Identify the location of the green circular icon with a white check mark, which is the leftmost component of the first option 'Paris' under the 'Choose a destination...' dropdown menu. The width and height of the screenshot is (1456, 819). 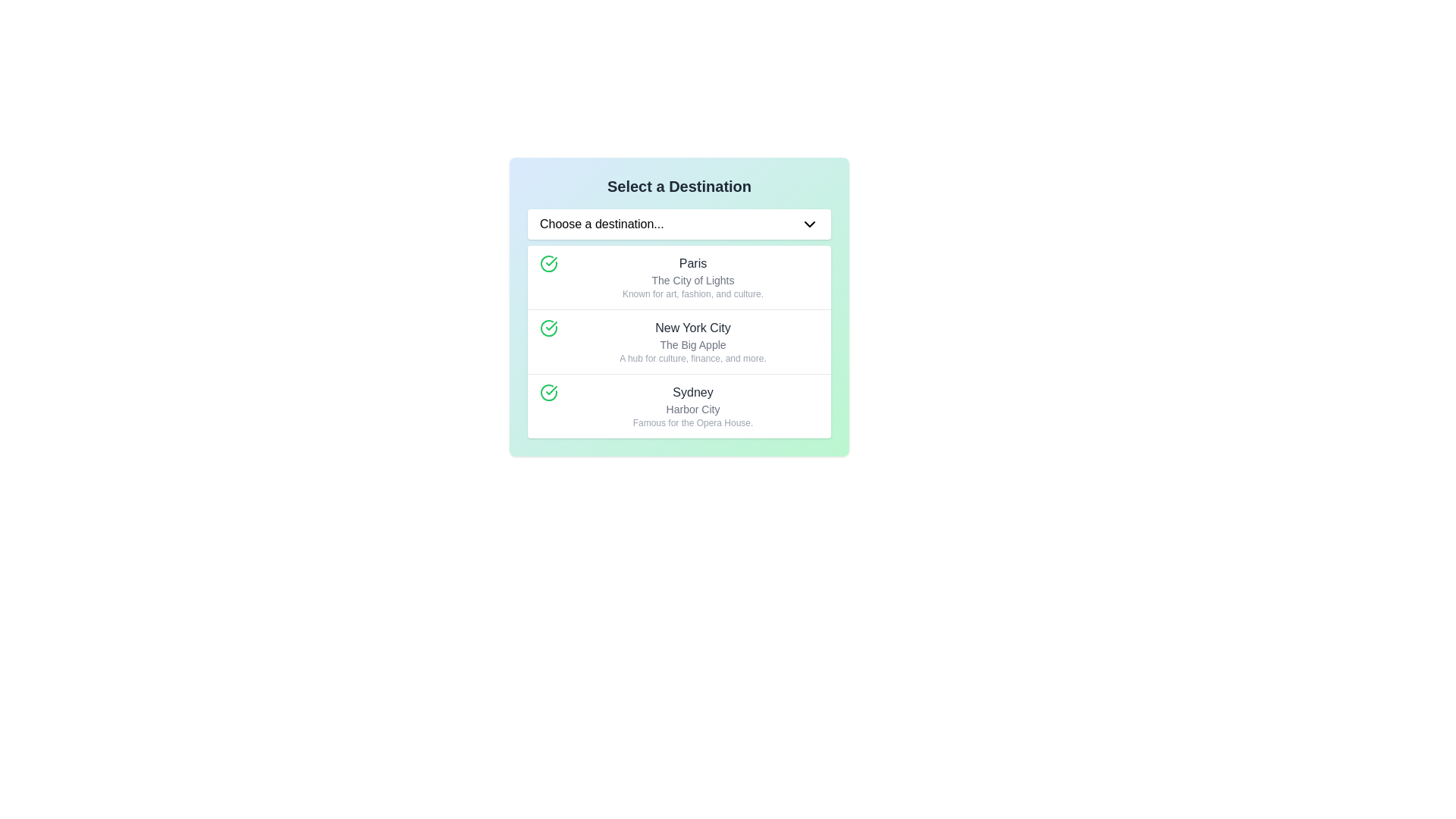
(548, 262).